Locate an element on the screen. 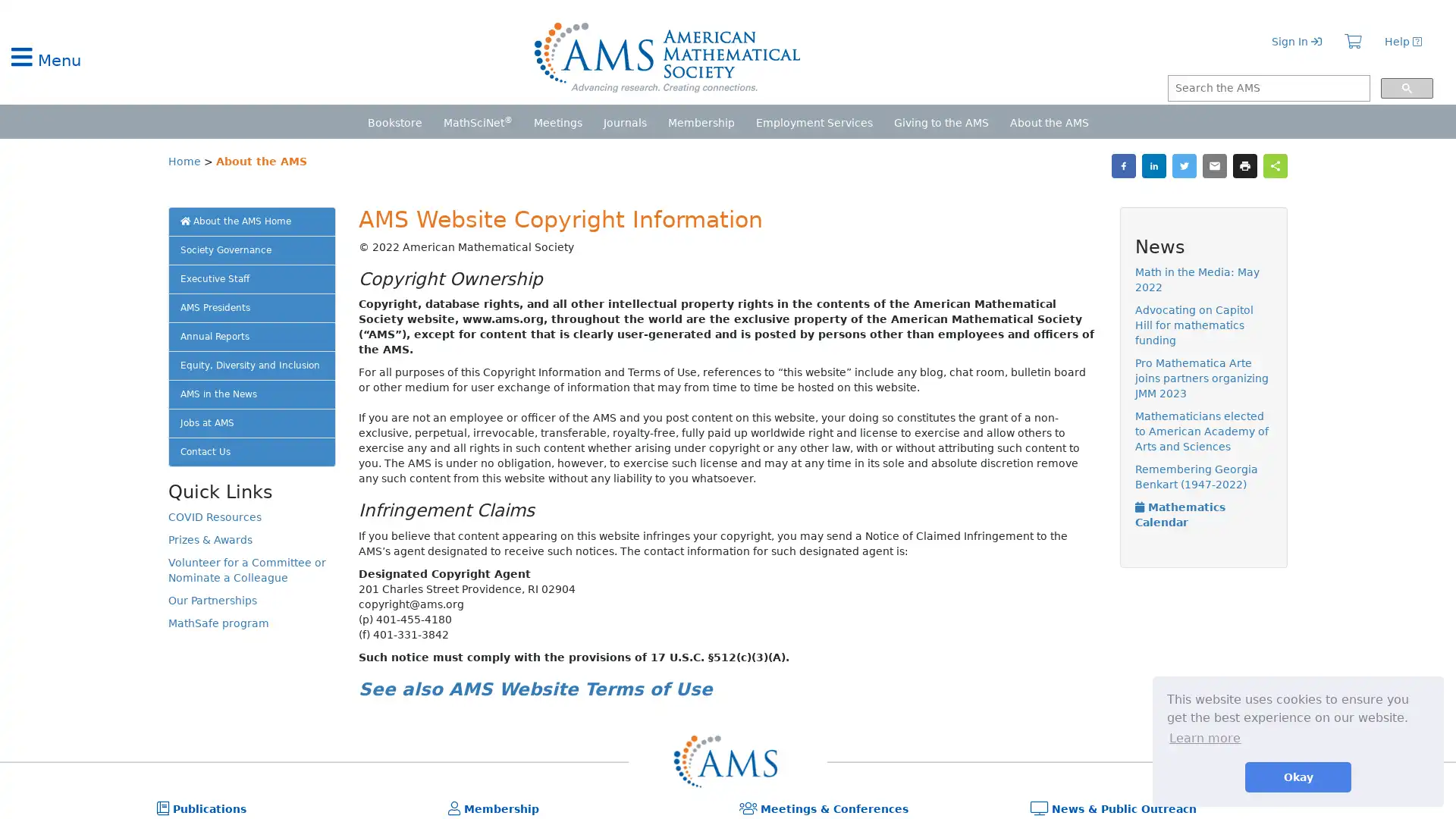 The image size is (1456, 819). dismiss cookie message is located at coordinates (1298, 777).